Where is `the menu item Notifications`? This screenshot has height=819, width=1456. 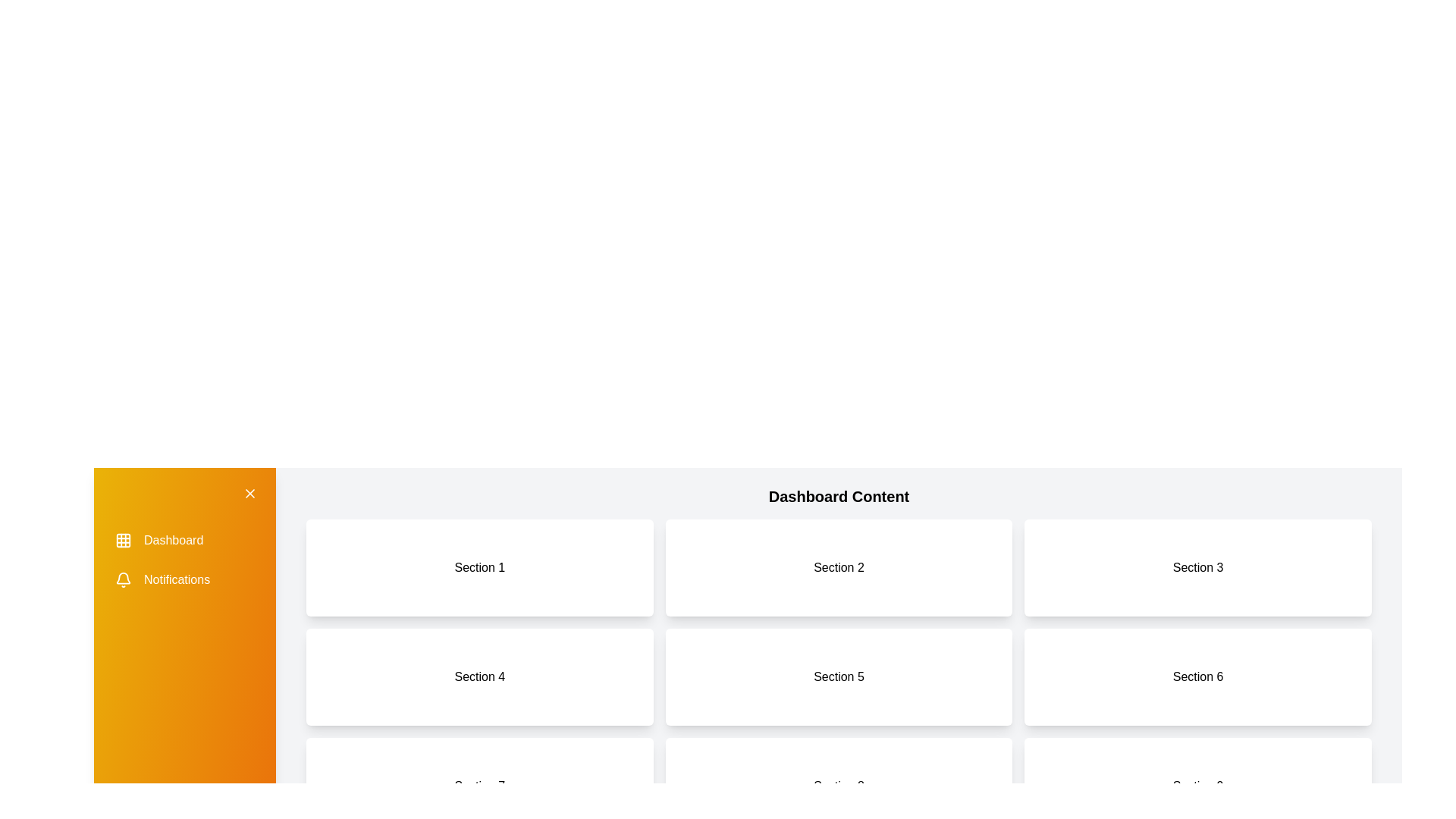
the menu item Notifications is located at coordinates (184, 579).